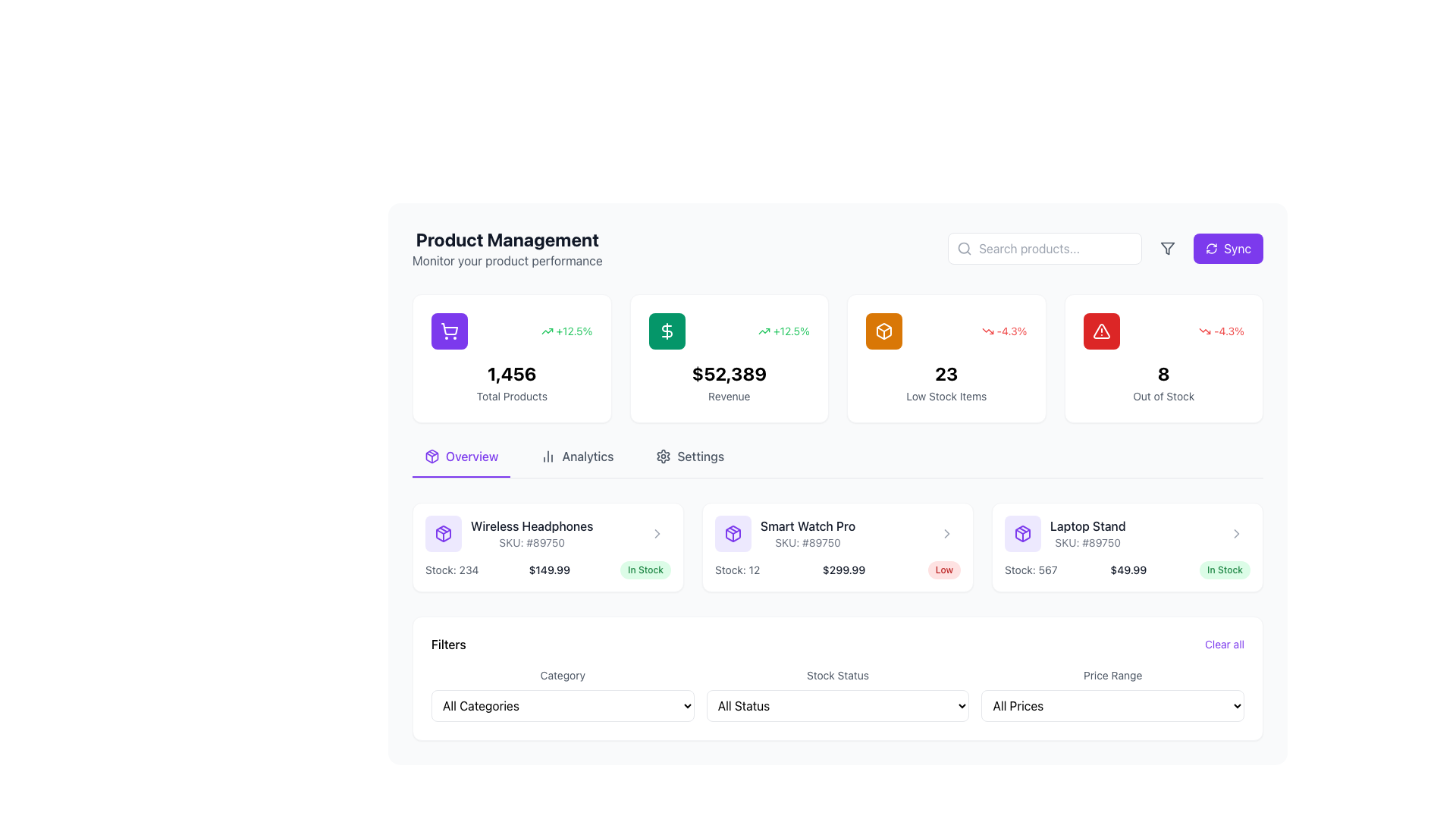 Image resolution: width=1456 pixels, height=819 pixels. Describe the element at coordinates (964, 247) in the screenshot. I see `the search icon located inside the search input bar, specifically positioned to the left side of the input field, enhancing user understanding of the field's purpose` at that location.